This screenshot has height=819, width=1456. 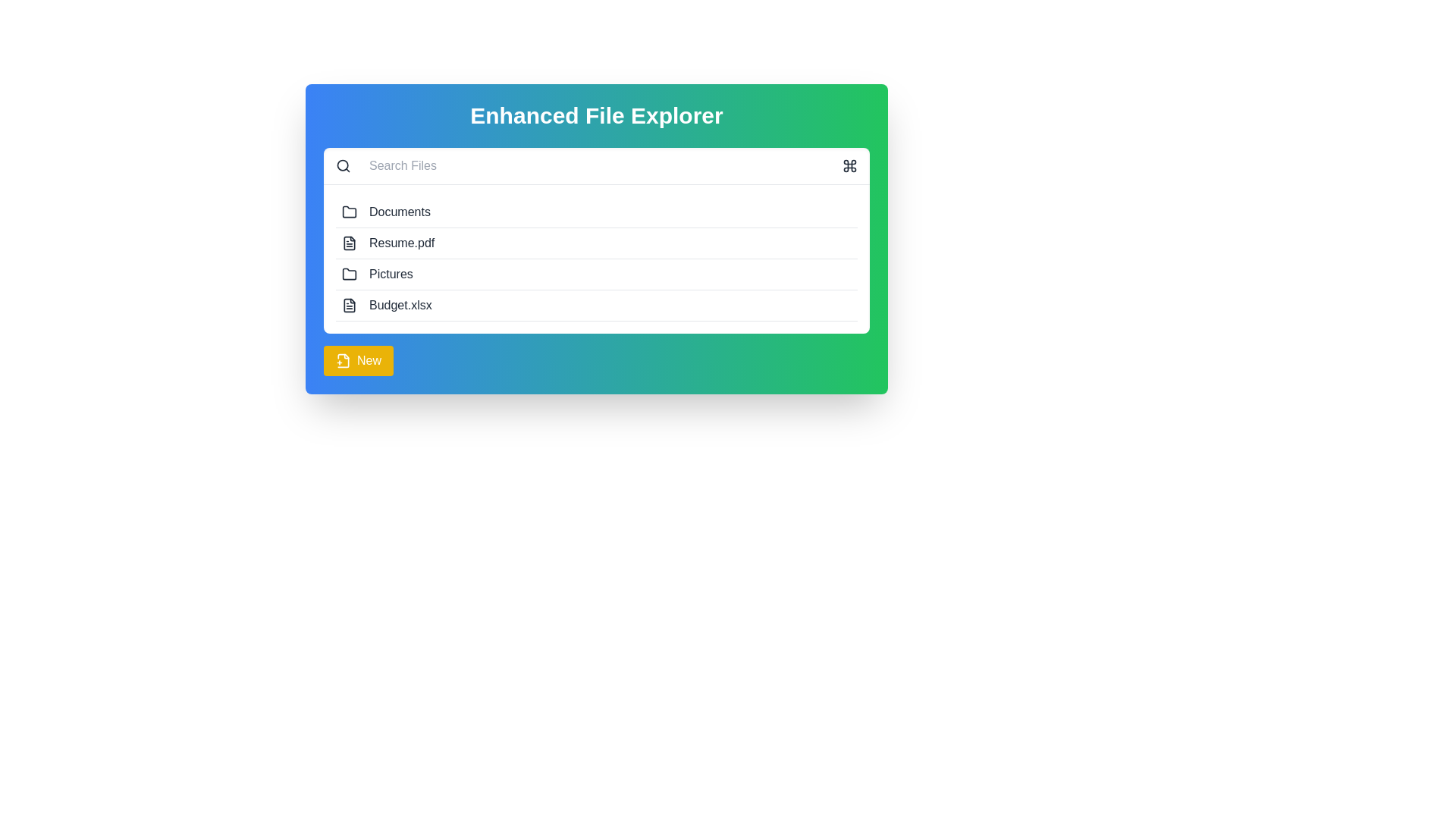 What do you see at coordinates (596, 239) in the screenshot?
I see `the second item labeled 'Resume.pdf' in the vertical list of options within the 'Enhanced File Explorer' window` at bounding box center [596, 239].